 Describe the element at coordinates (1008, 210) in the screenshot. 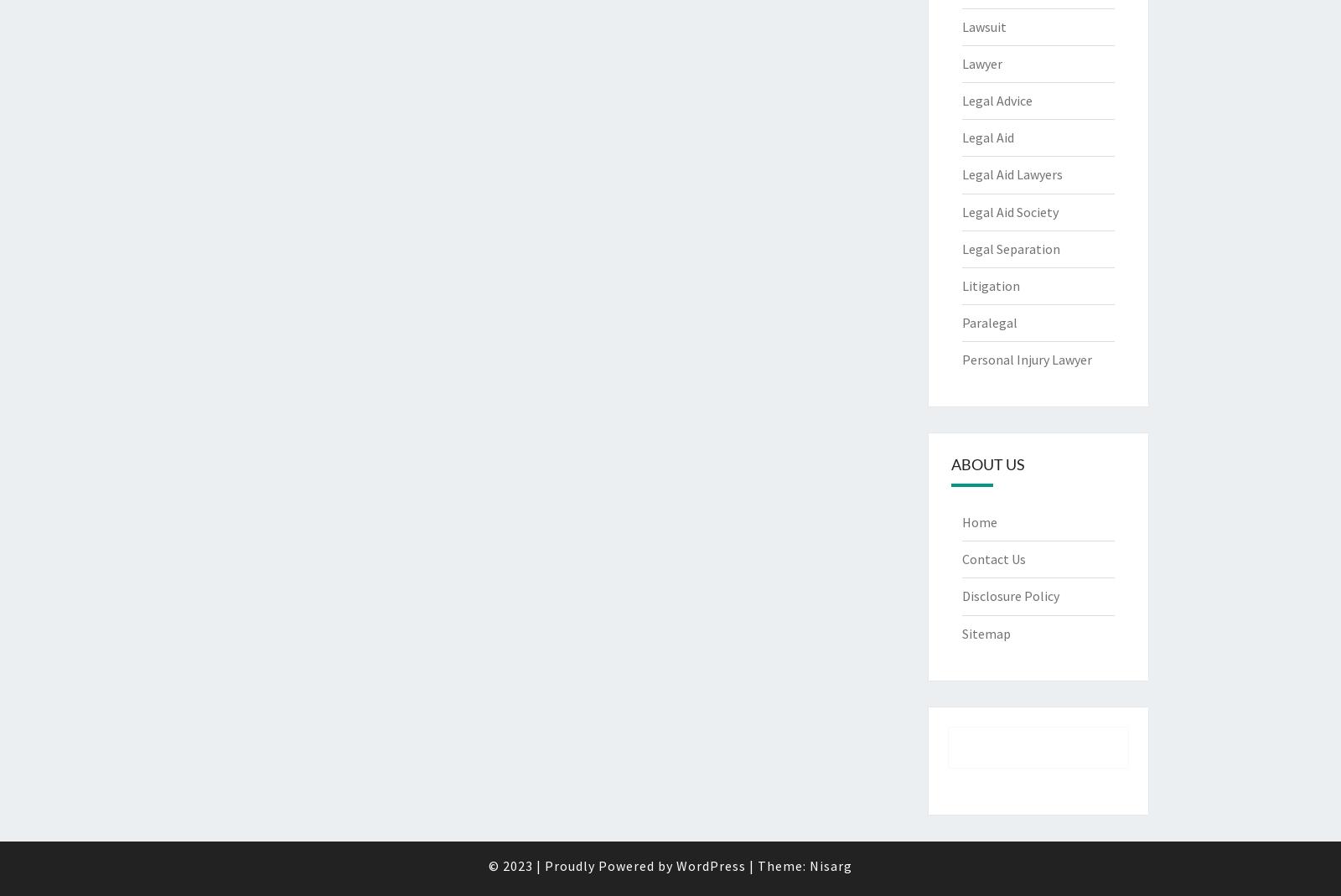

I see `'Legal Aid Society'` at that location.